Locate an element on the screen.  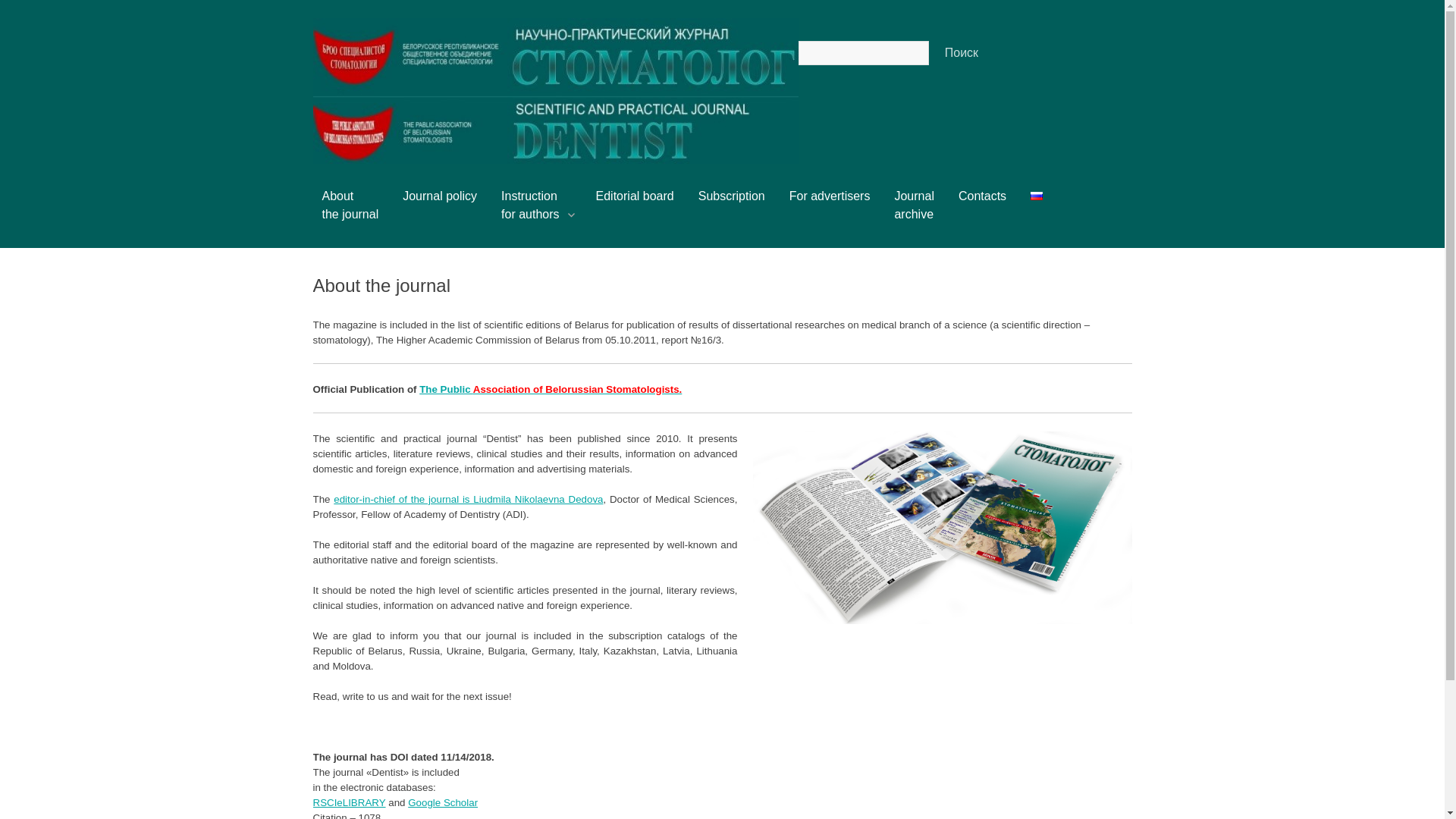
'Instruction is located at coordinates (535, 211).